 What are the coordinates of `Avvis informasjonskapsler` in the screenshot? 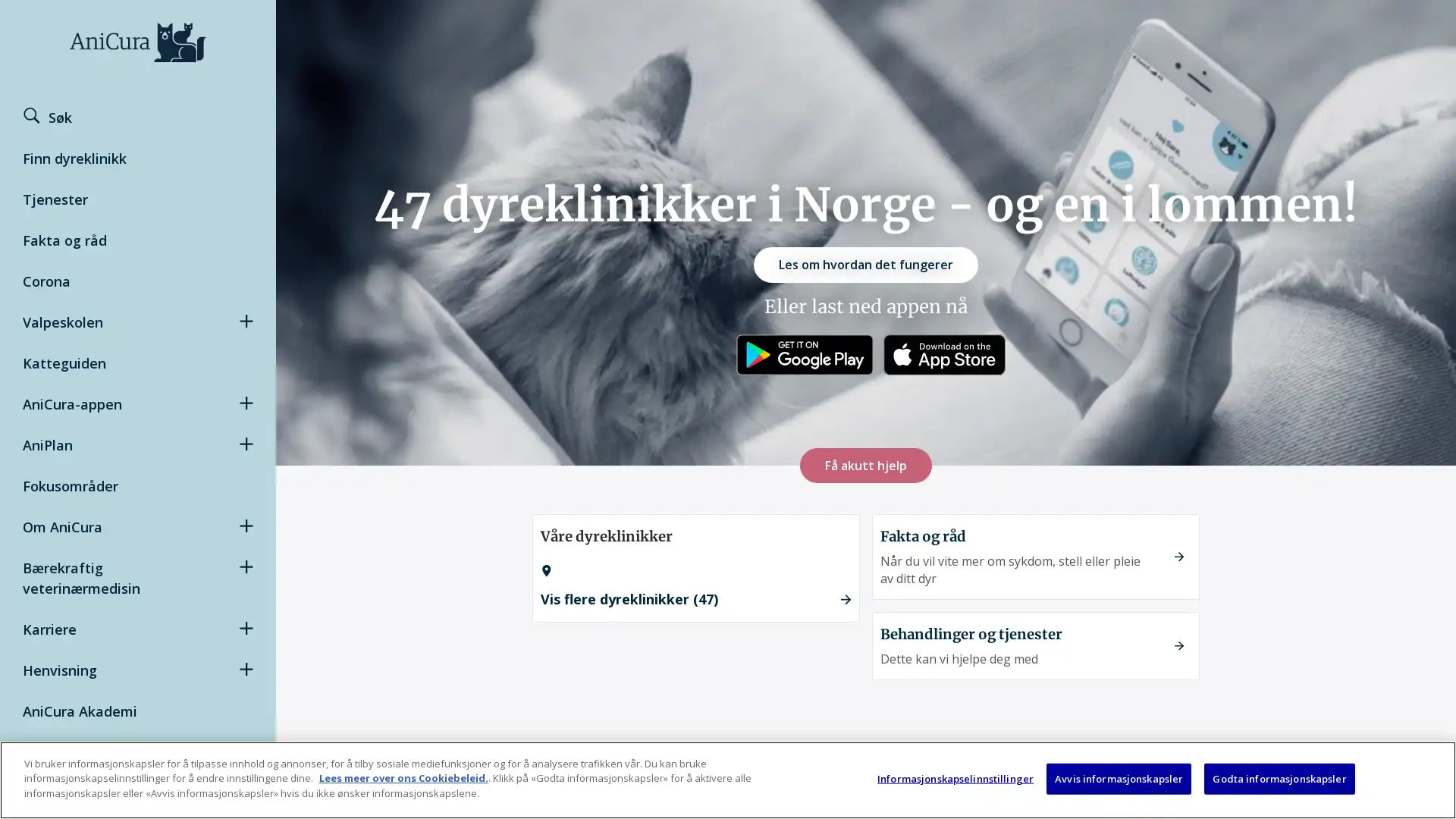 It's located at (1119, 778).